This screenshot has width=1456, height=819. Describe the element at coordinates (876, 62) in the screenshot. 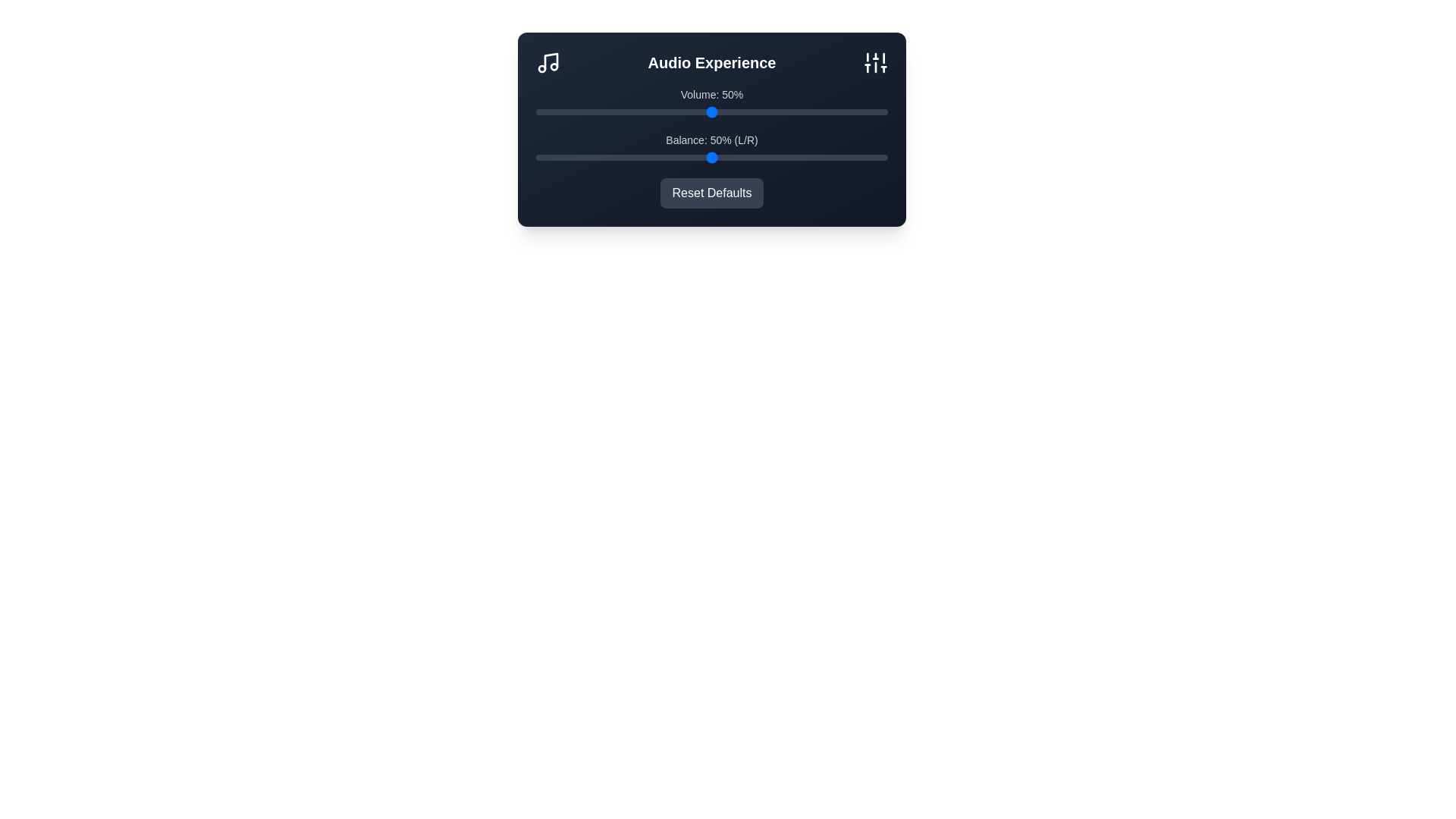

I see `the Sliders icon in the header` at that location.